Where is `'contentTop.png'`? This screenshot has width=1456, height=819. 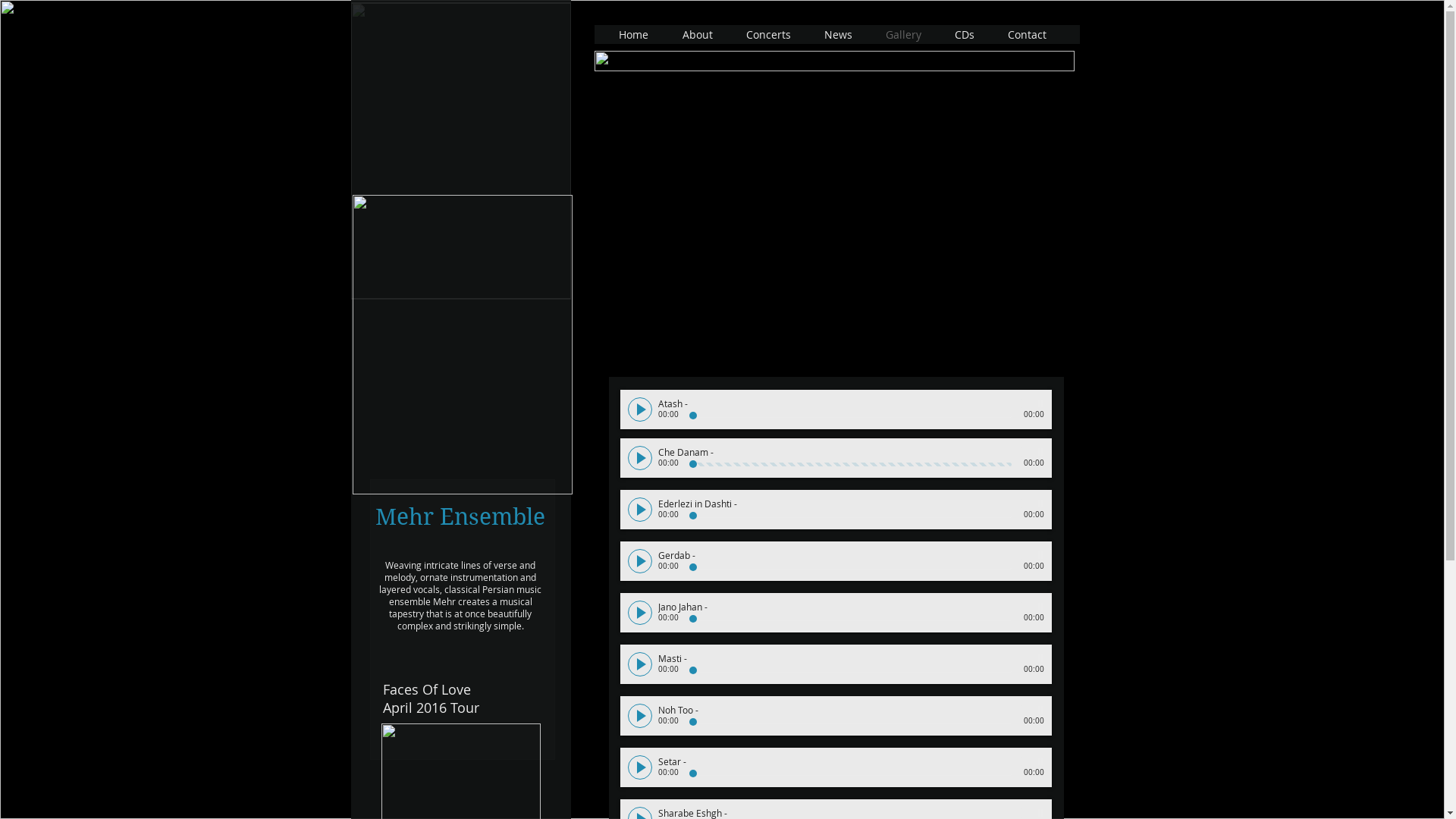
'contentTop.png' is located at coordinates (833, 60).